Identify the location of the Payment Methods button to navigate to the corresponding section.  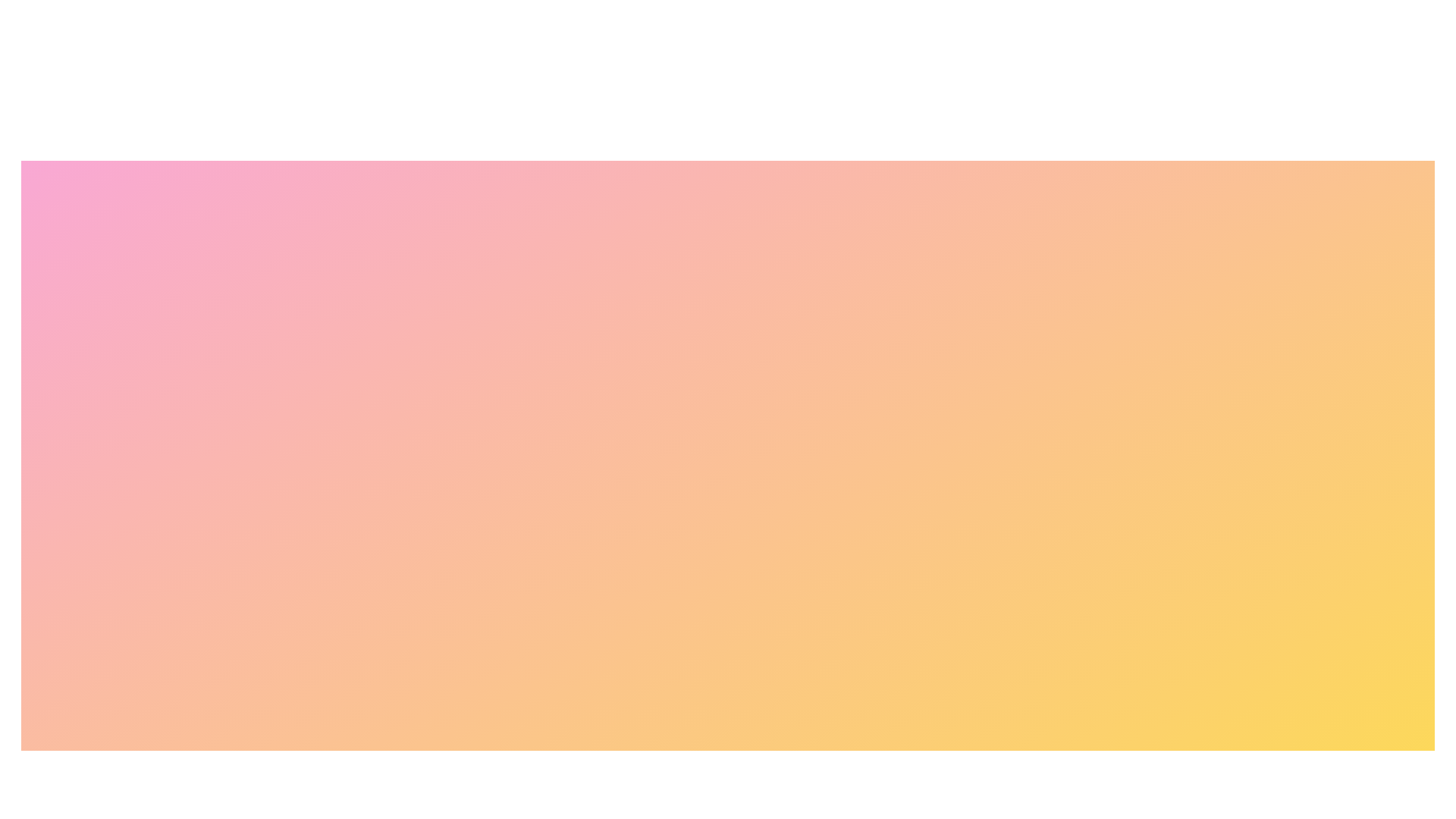
(1341, 814).